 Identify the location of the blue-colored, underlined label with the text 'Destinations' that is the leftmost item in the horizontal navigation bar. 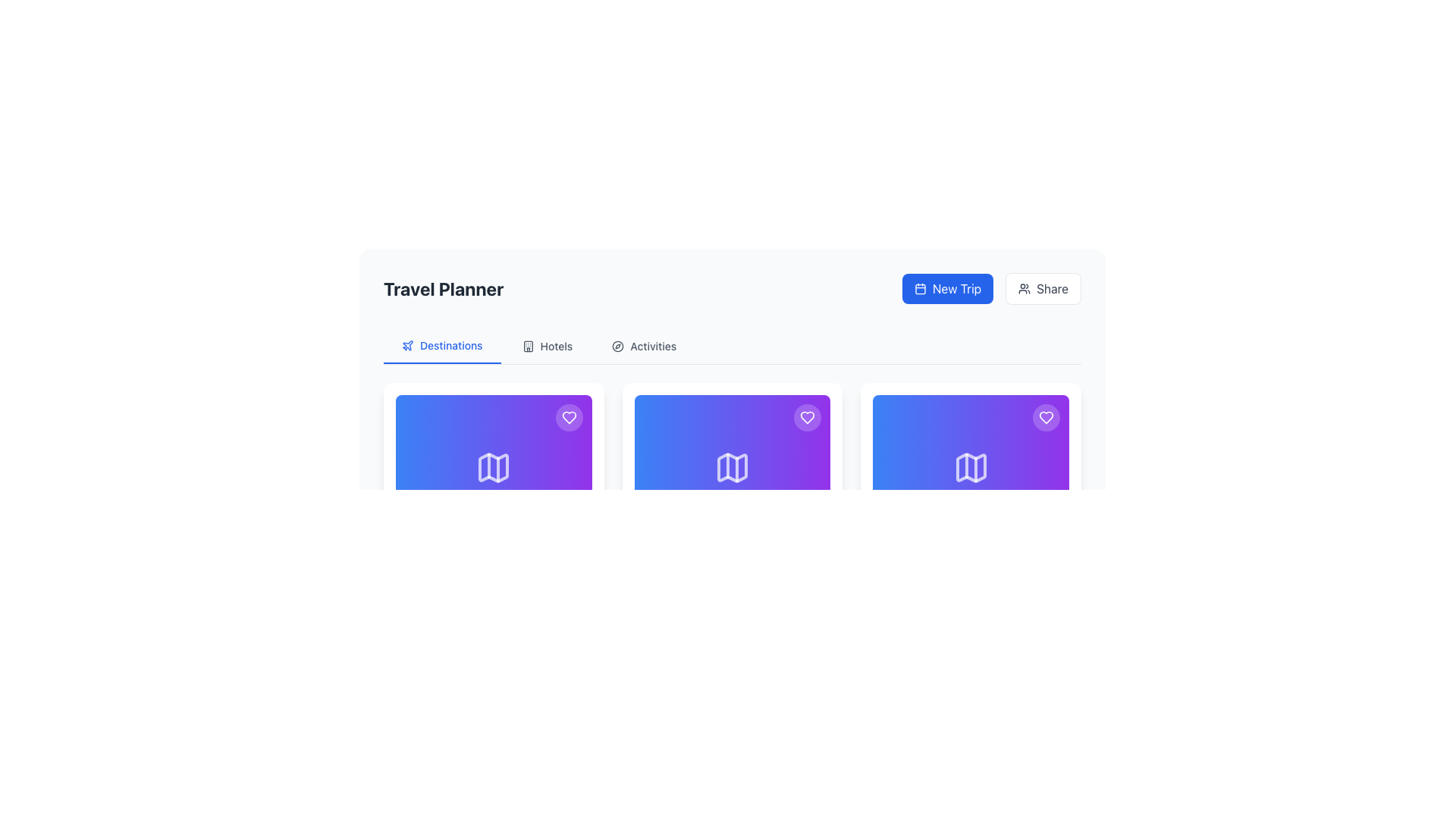
(441, 346).